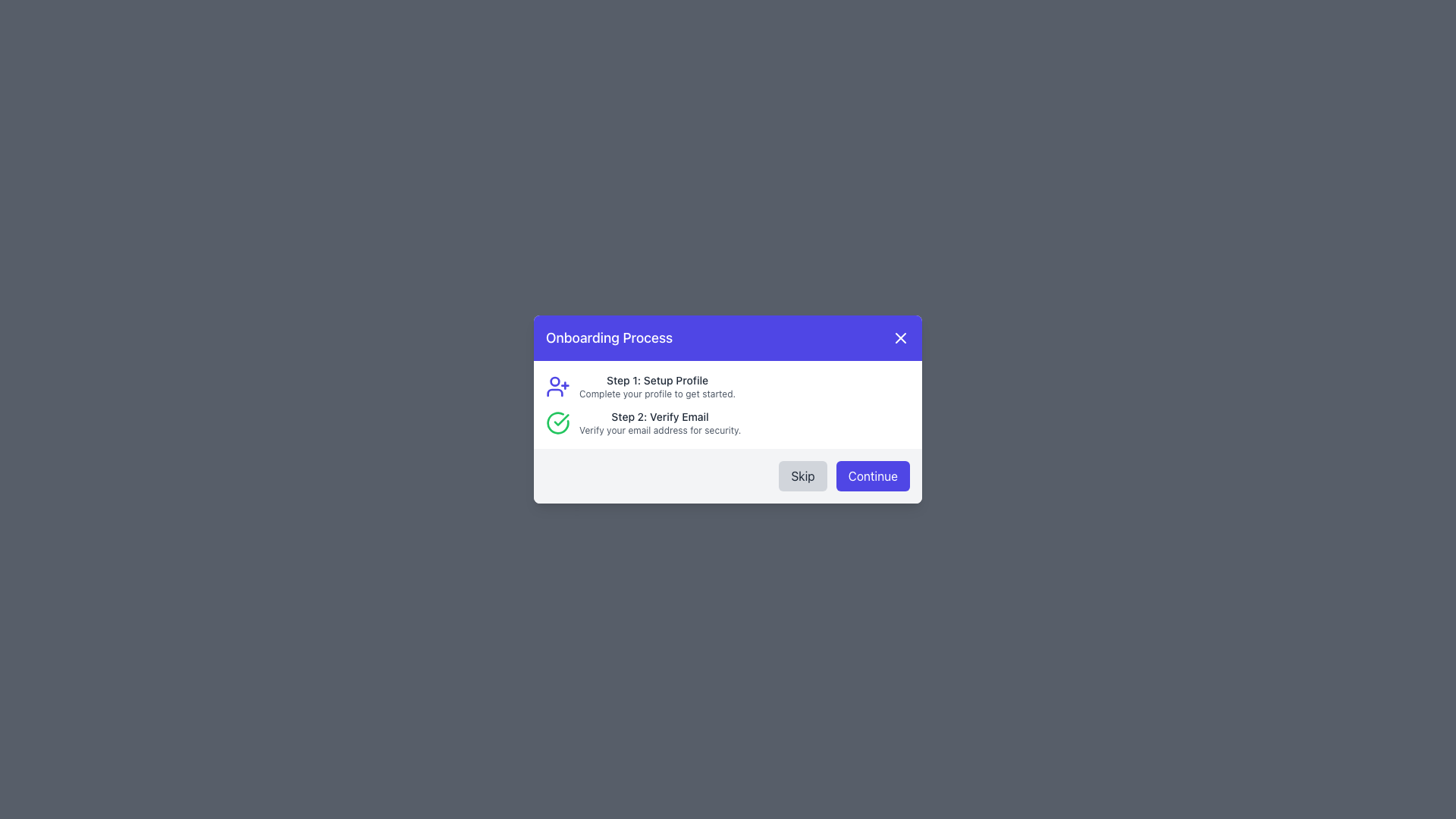 This screenshot has width=1456, height=819. I want to click on the close button located in the top-right corner of the 'Onboarding Process' dialog header, so click(901, 337).